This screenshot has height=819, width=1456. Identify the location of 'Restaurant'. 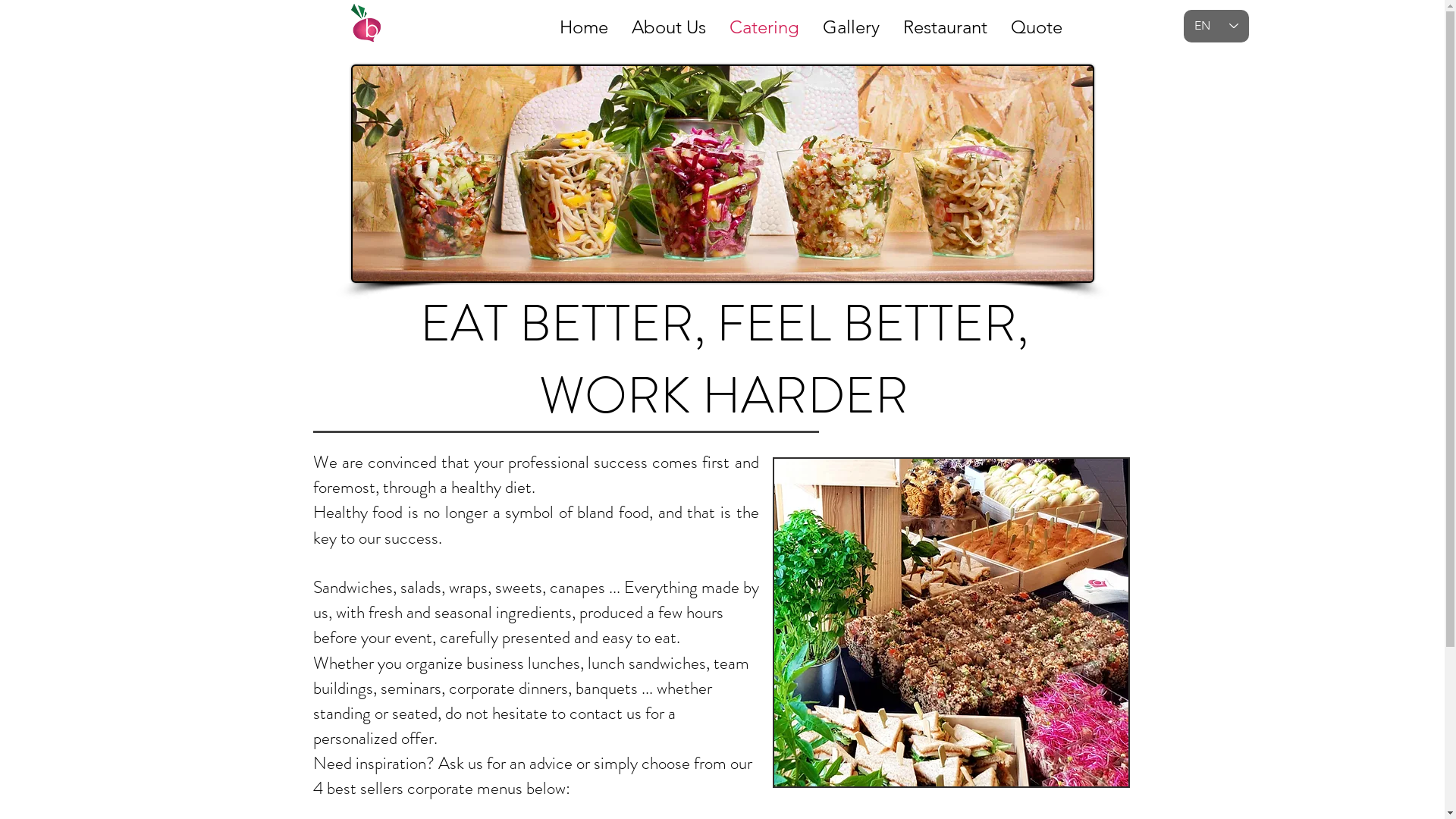
(944, 23).